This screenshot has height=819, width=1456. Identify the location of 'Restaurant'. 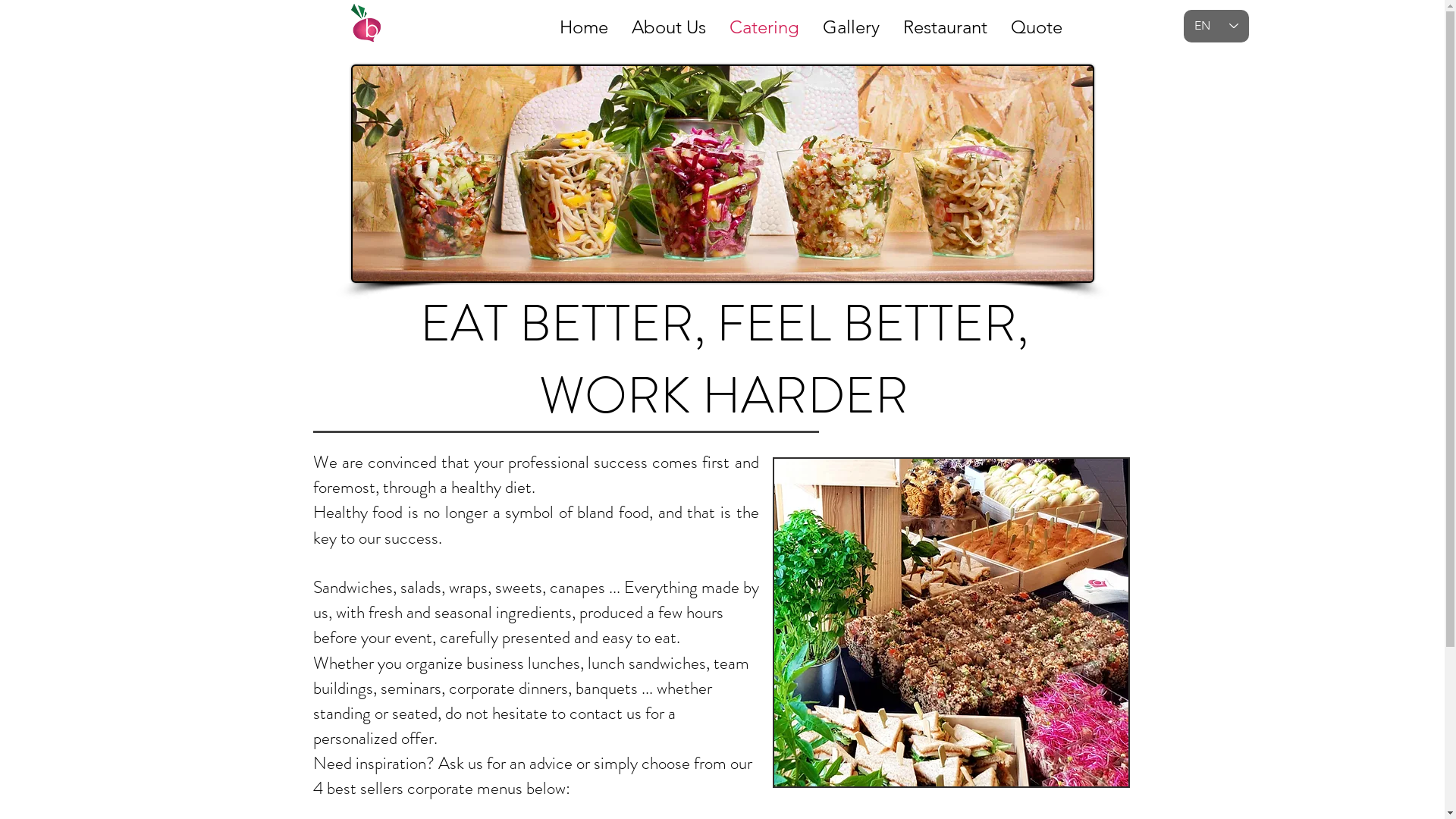
(944, 23).